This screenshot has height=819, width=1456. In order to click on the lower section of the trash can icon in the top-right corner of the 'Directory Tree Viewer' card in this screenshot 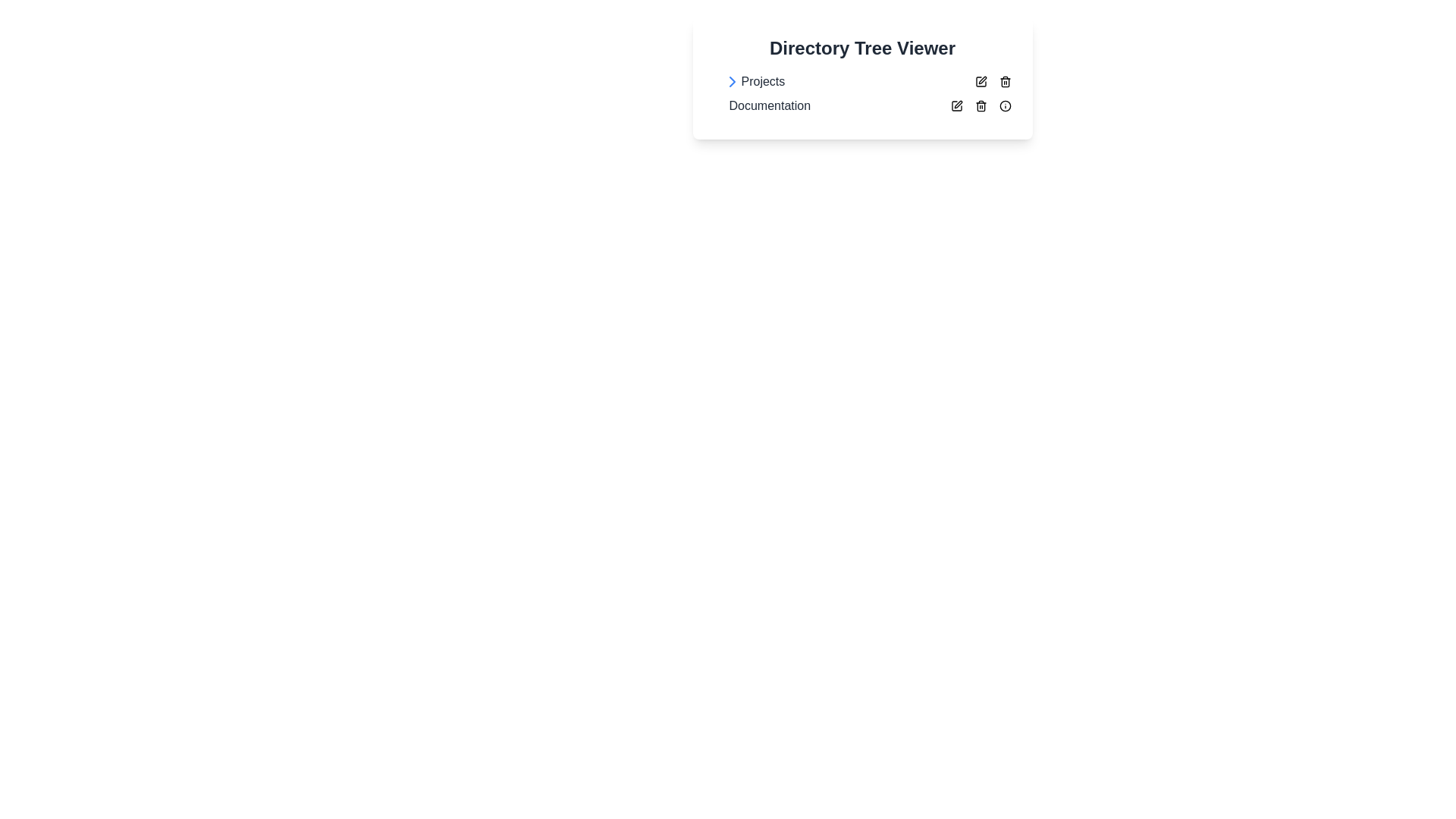, I will do `click(1005, 83)`.